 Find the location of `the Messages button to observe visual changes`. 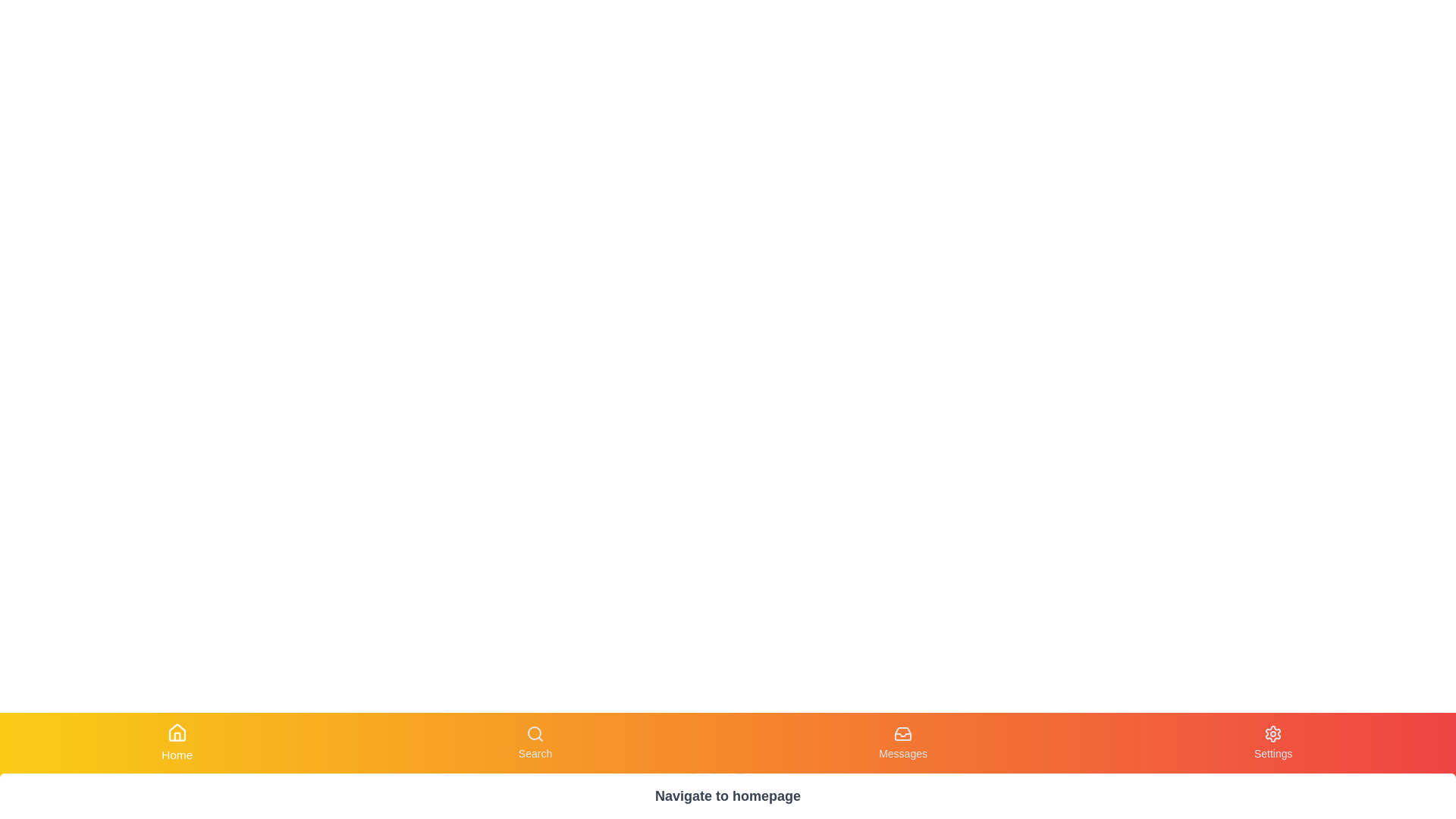

the Messages button to observe visual changes is located at coordinates (902, 742).